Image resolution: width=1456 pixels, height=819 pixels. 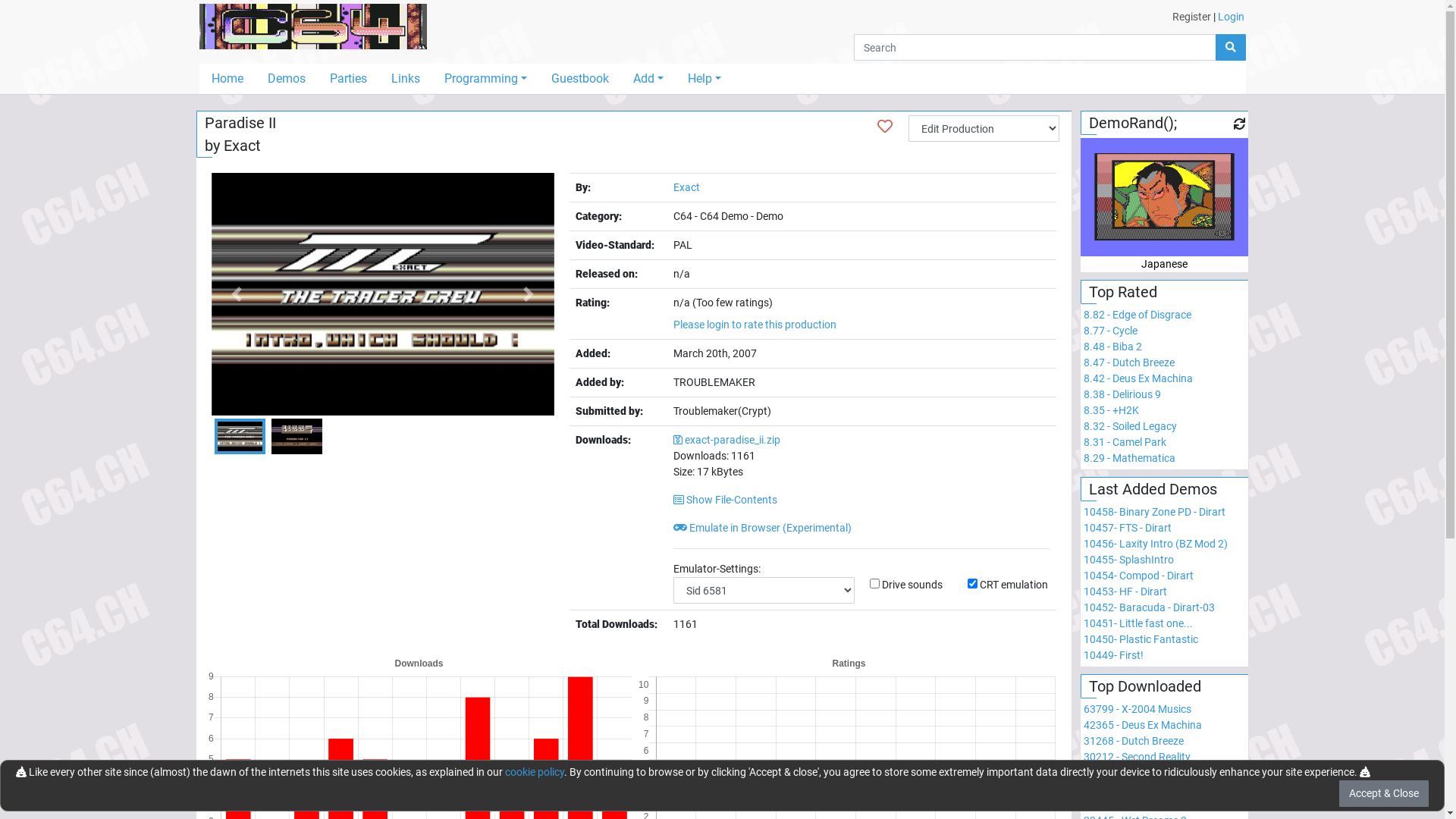 I want to click on 'Add', so click(x=648, y=79).